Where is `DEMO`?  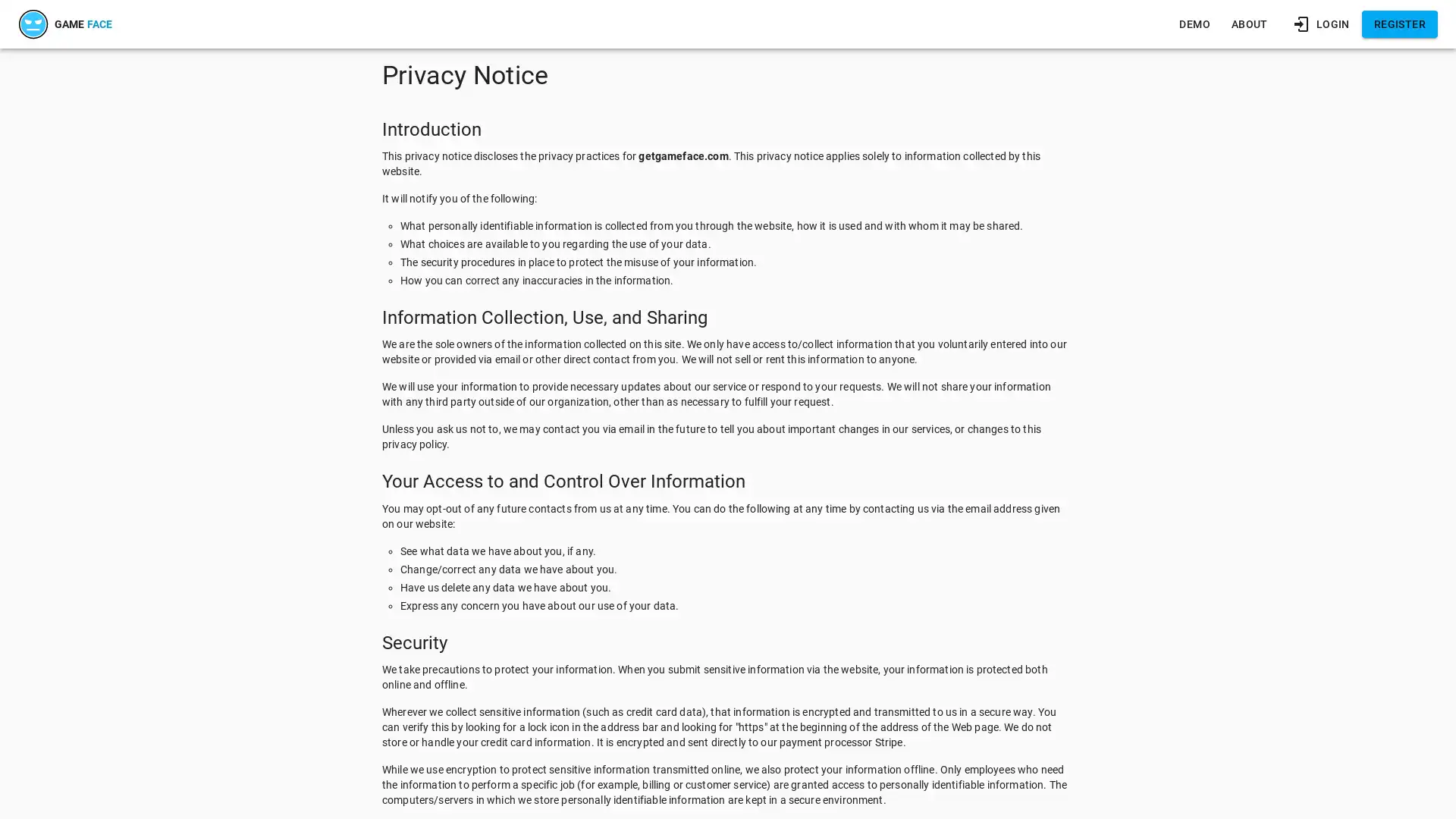 DEMO is located at coordinates (1193, 24).